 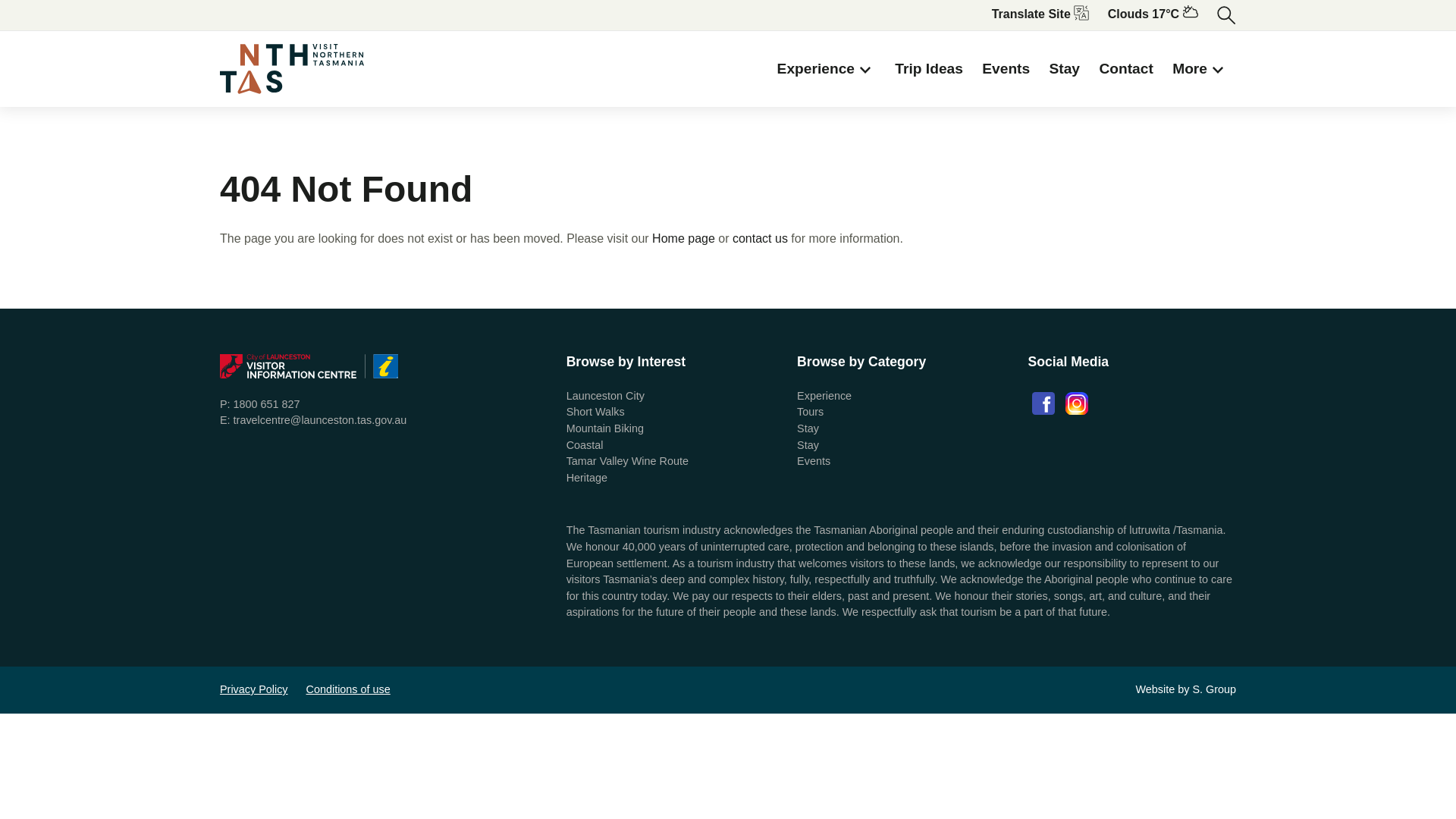 I want to click on 'Privacy Policy', so click(x=254, y=690).